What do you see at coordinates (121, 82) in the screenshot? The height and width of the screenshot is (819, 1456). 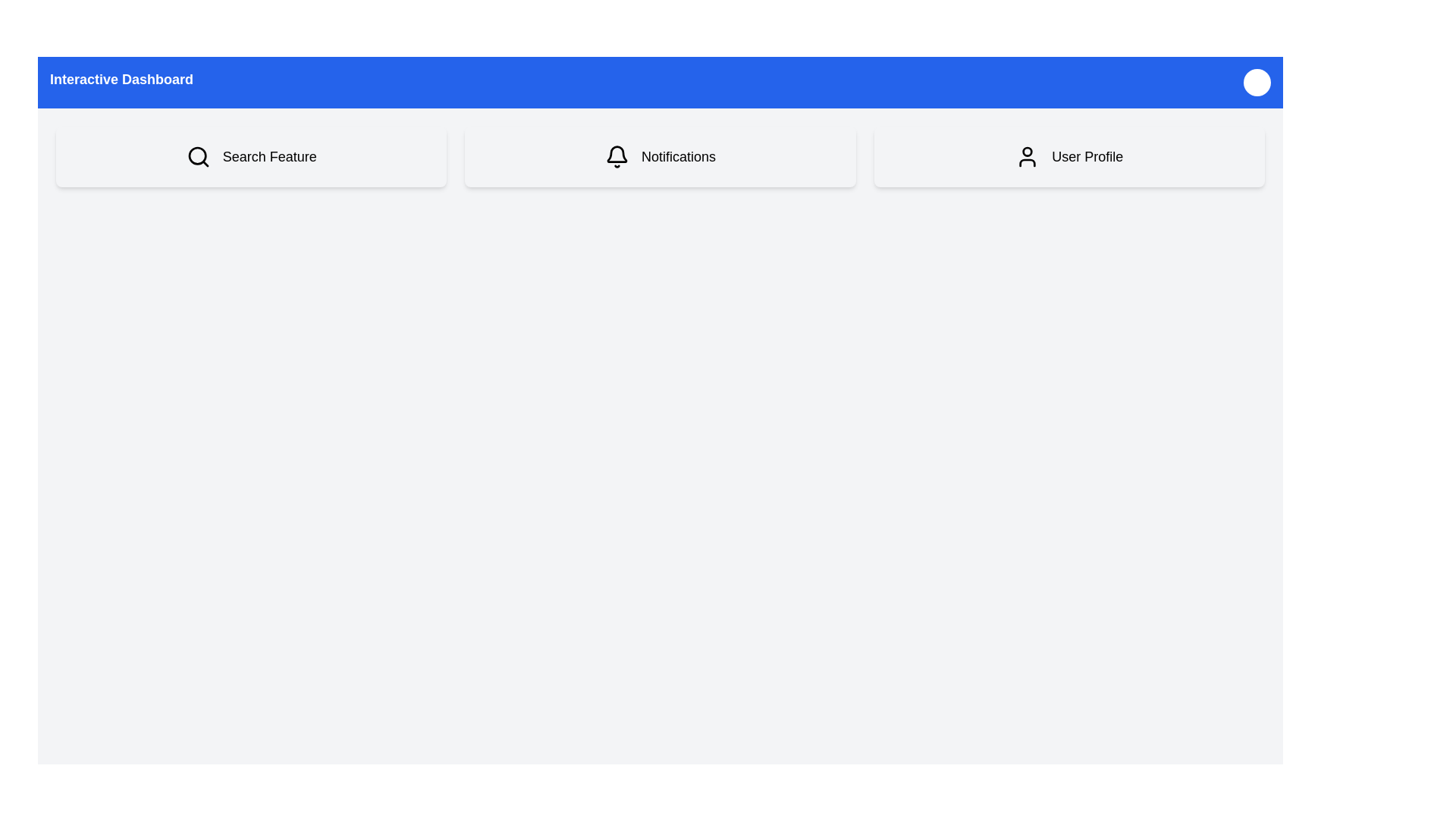 I see `the bold and large text label 'Interactive Dashboard' located on the left side of a blue navigation bar` at bounding box center [121, 82].